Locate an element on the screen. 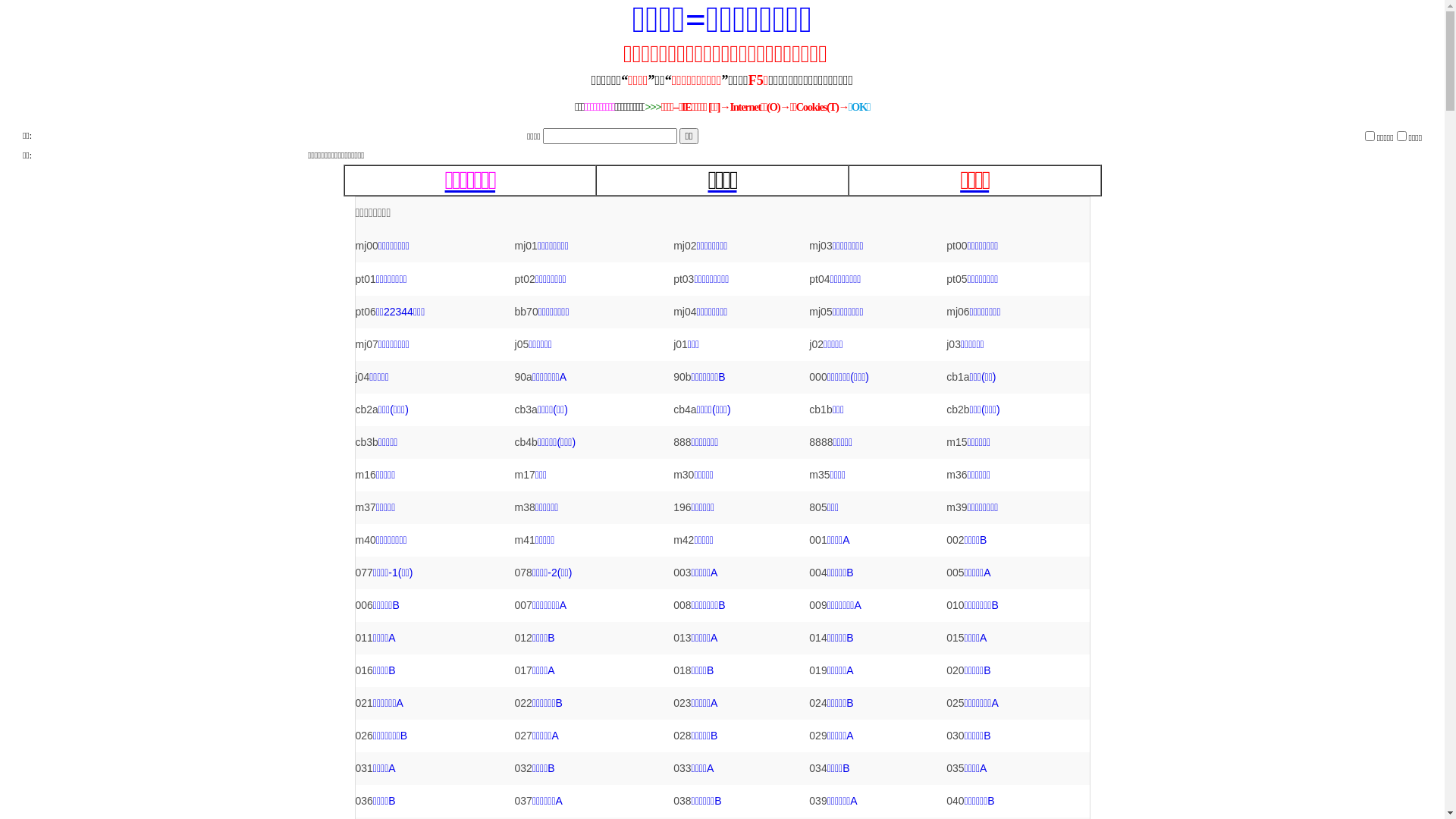 The height and width of the screenshot is (819, 1456). 'cb4a' is located at coordinates (683, 409).